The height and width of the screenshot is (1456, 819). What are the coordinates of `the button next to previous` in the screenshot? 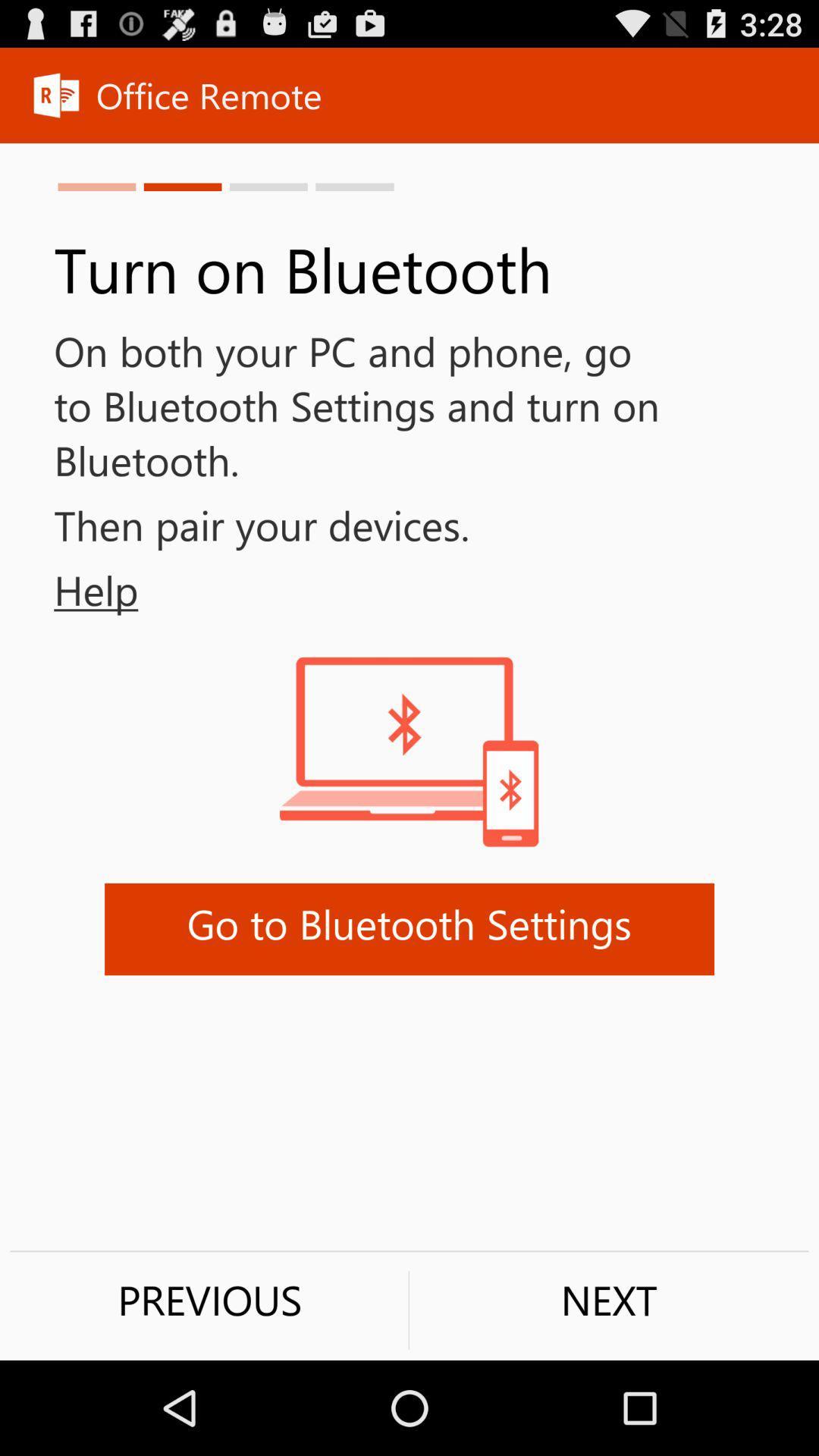 It's located at (608, 1299).